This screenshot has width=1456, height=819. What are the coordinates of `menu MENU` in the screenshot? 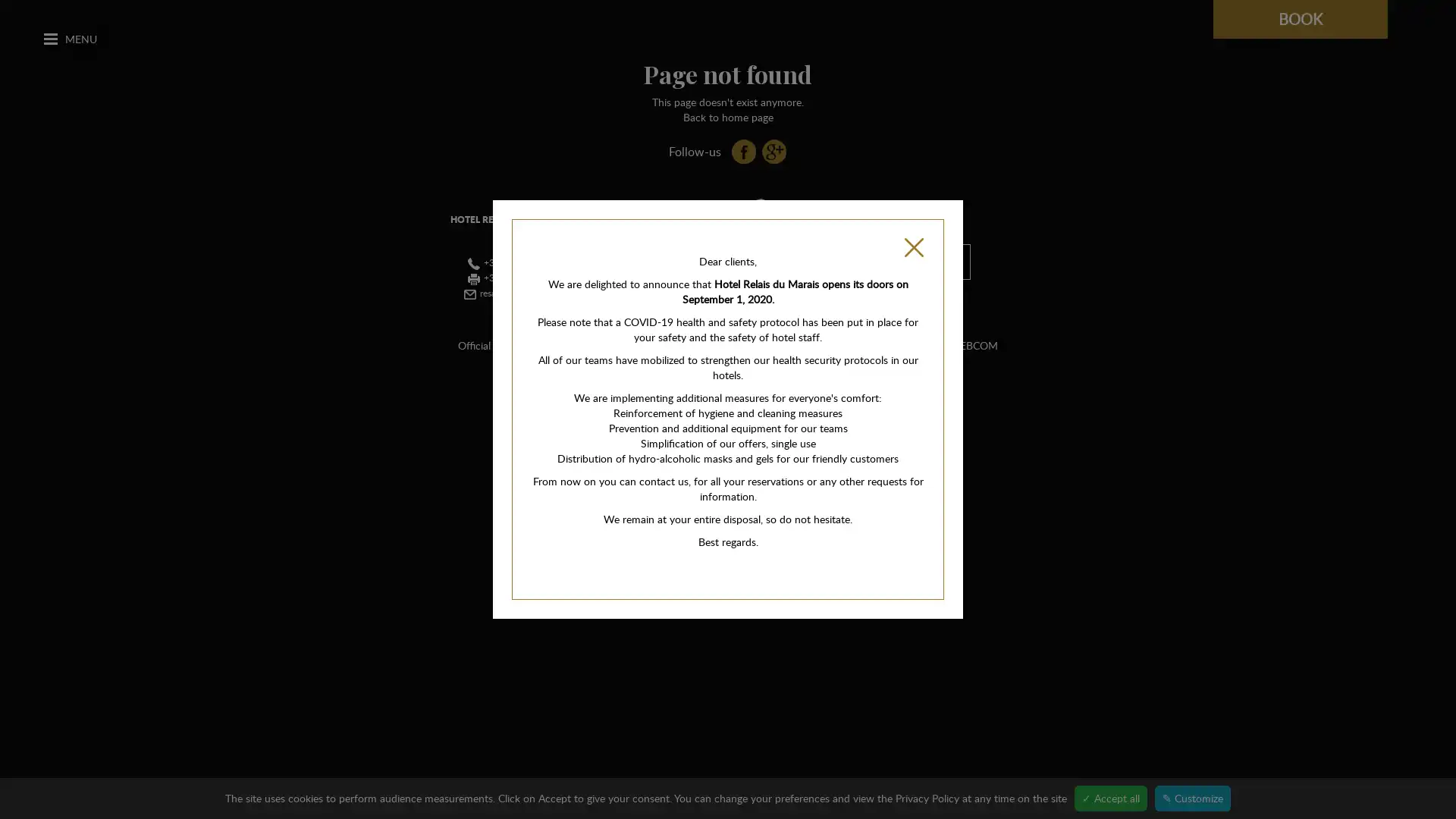 It's located at (69, 37).